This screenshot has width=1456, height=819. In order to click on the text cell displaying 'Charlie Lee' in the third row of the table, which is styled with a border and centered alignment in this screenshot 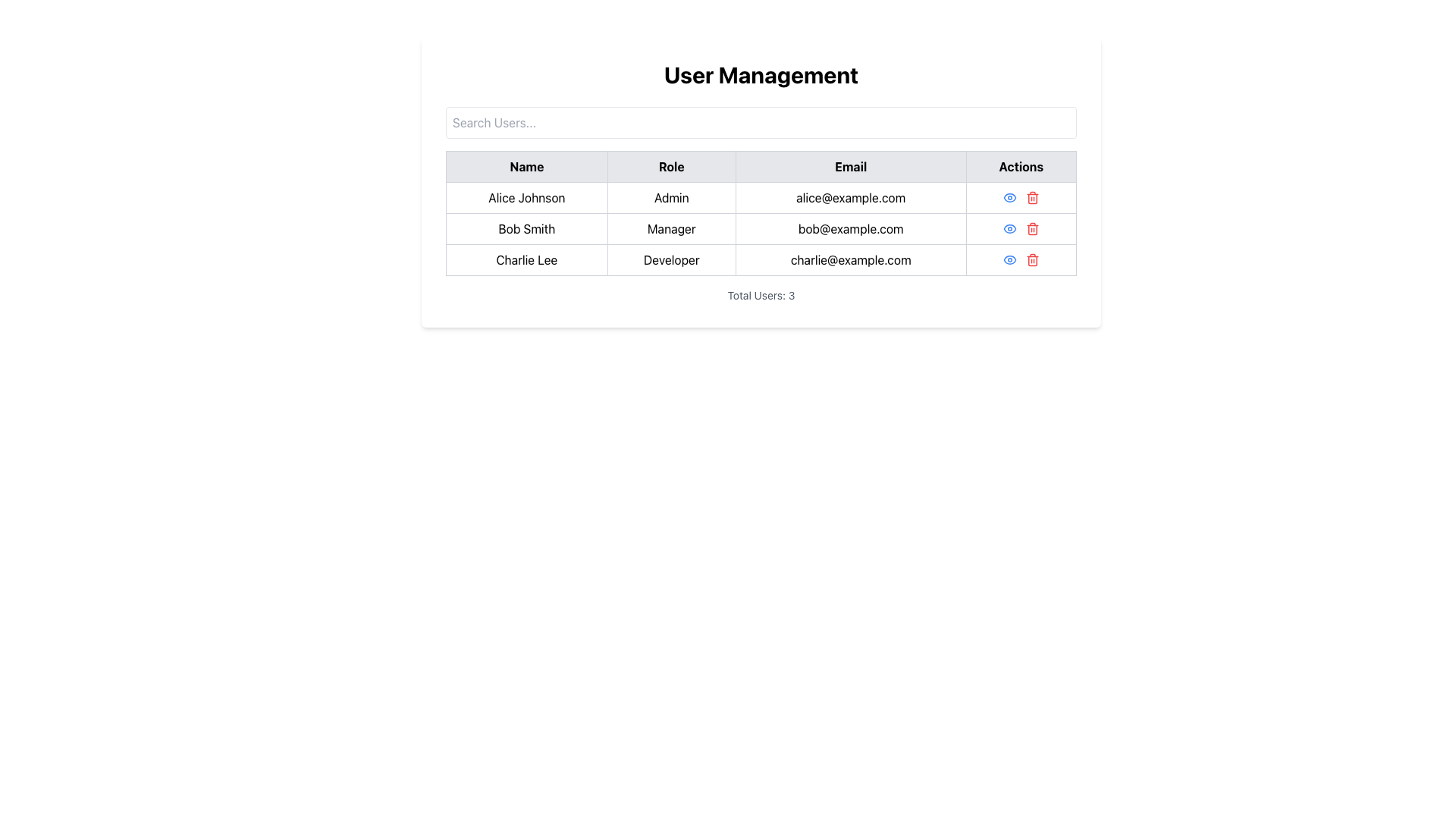, I will do `click(526, 259)`.